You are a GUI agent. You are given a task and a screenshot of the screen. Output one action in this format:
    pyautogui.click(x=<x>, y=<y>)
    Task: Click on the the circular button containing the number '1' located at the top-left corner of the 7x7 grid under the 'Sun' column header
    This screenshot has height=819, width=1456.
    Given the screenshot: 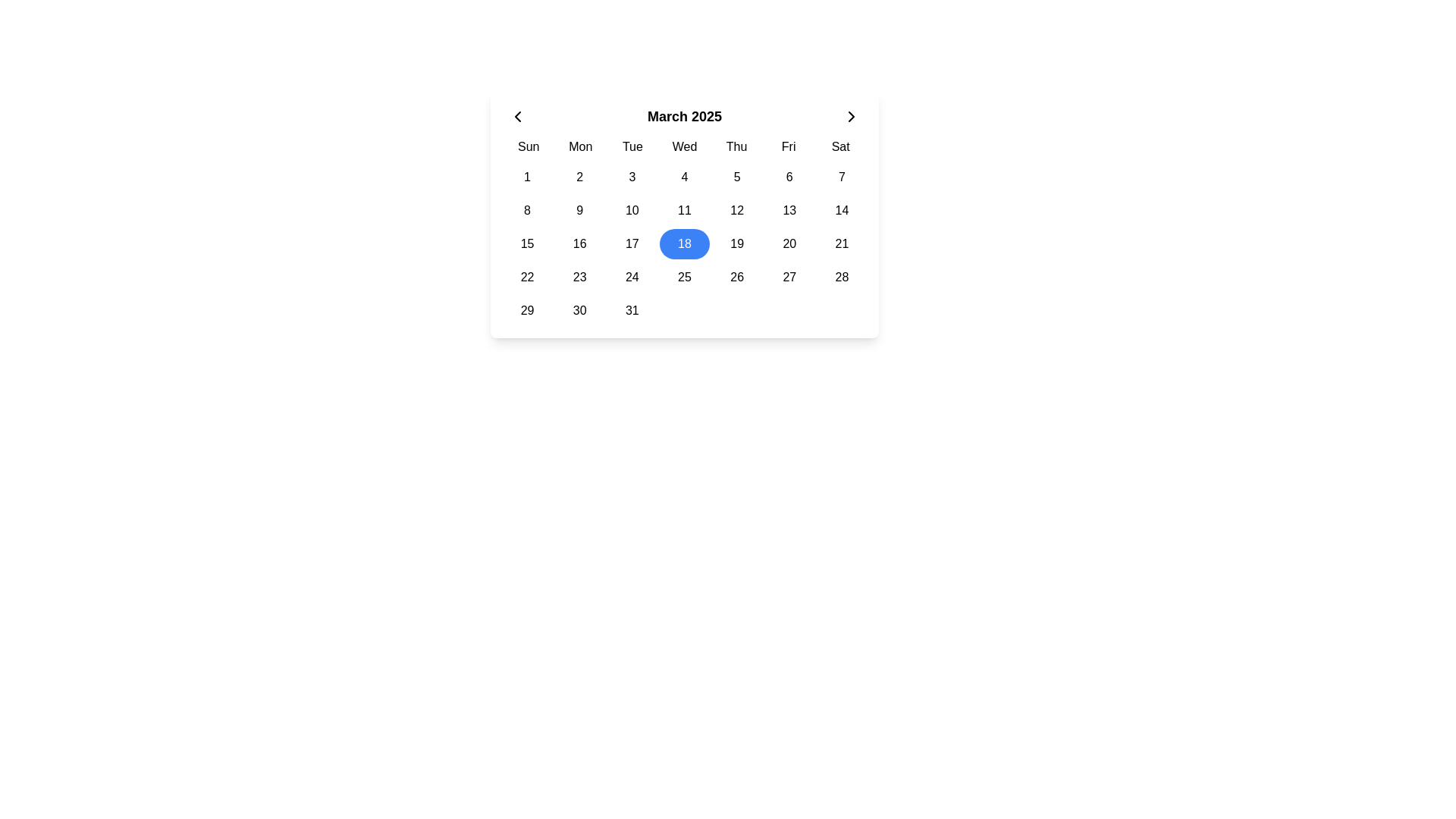 What is the action you would take?
    pyautogui.click(x=527, y=177)
    